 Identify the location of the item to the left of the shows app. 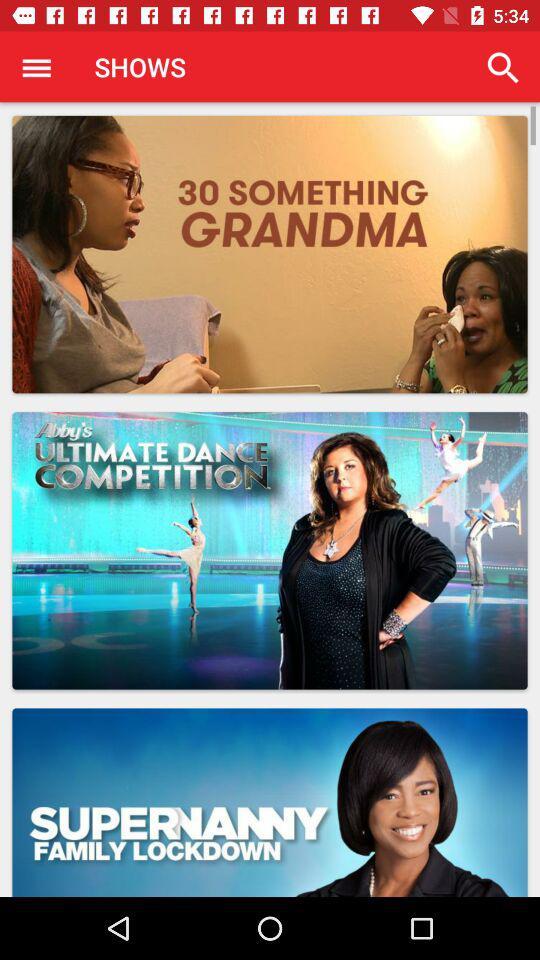
(36, 67).